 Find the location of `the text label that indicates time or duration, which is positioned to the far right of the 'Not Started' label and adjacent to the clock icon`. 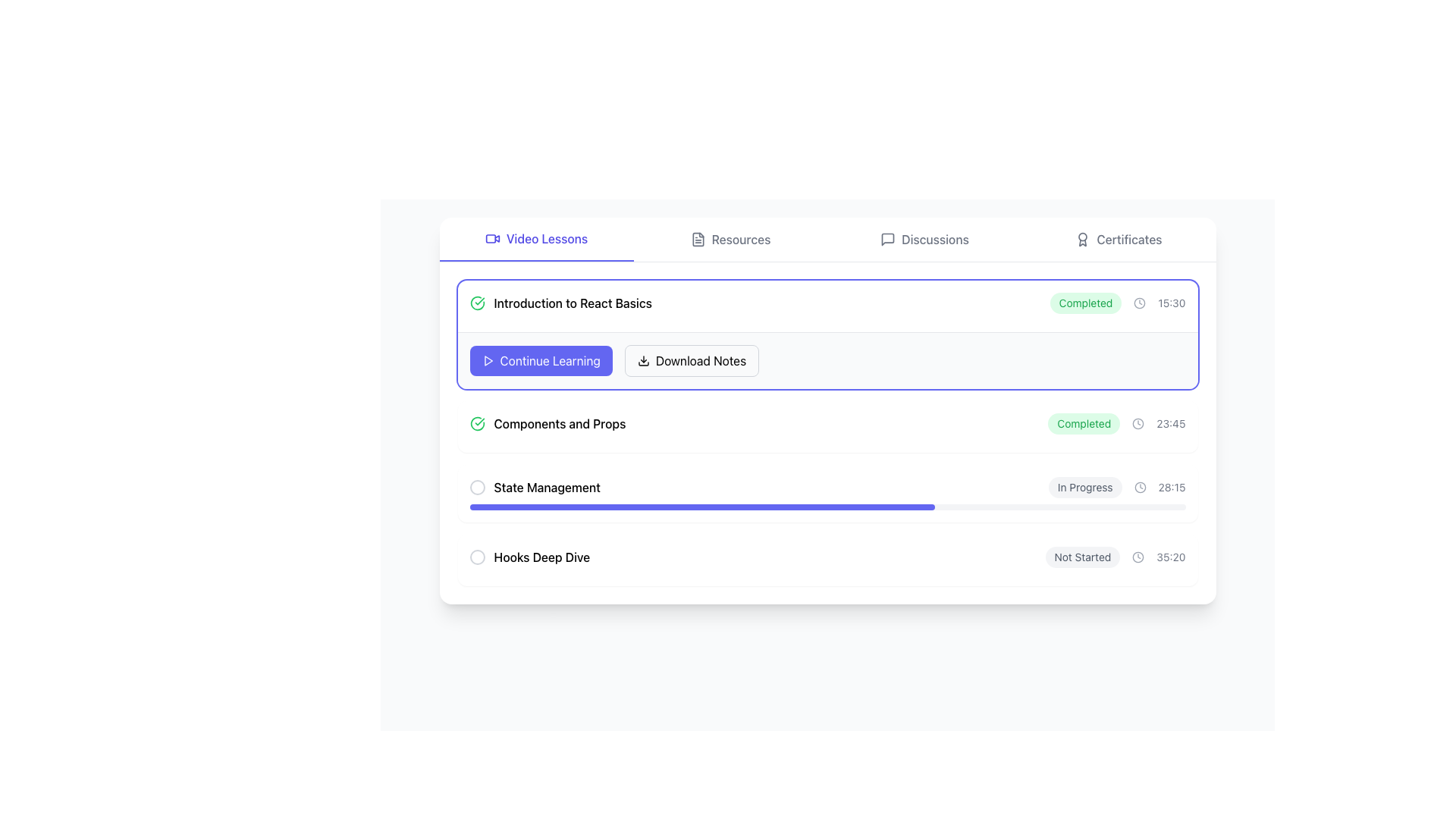

the text label that indicates time or duration, which is positioned to the far right of the 'Not Started' label and adjacent to the clock icon is located at coordinates (1170, 557).